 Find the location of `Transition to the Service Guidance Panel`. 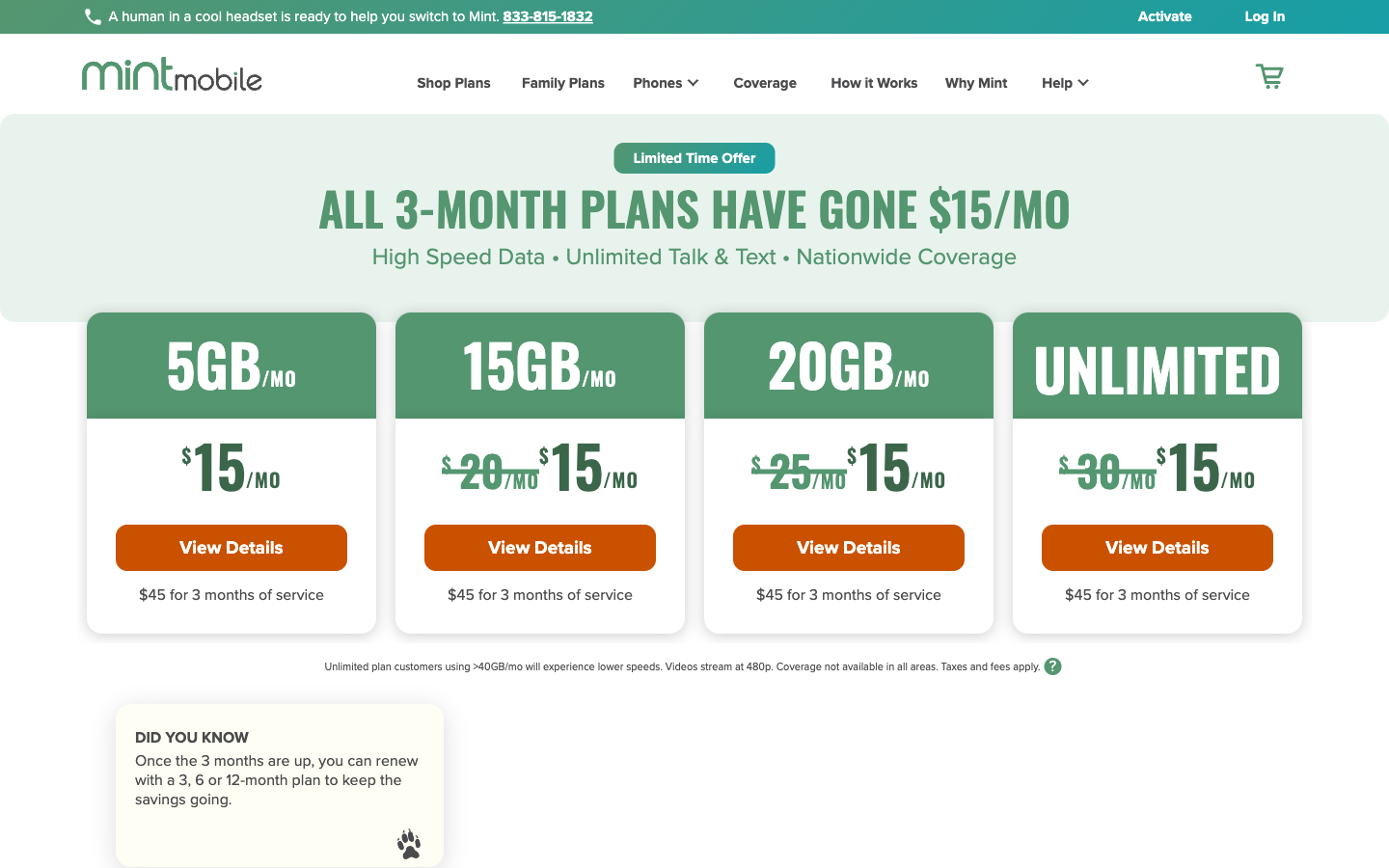

Transition to the Service Guidance Panel is located at coordinates (1052, 85).